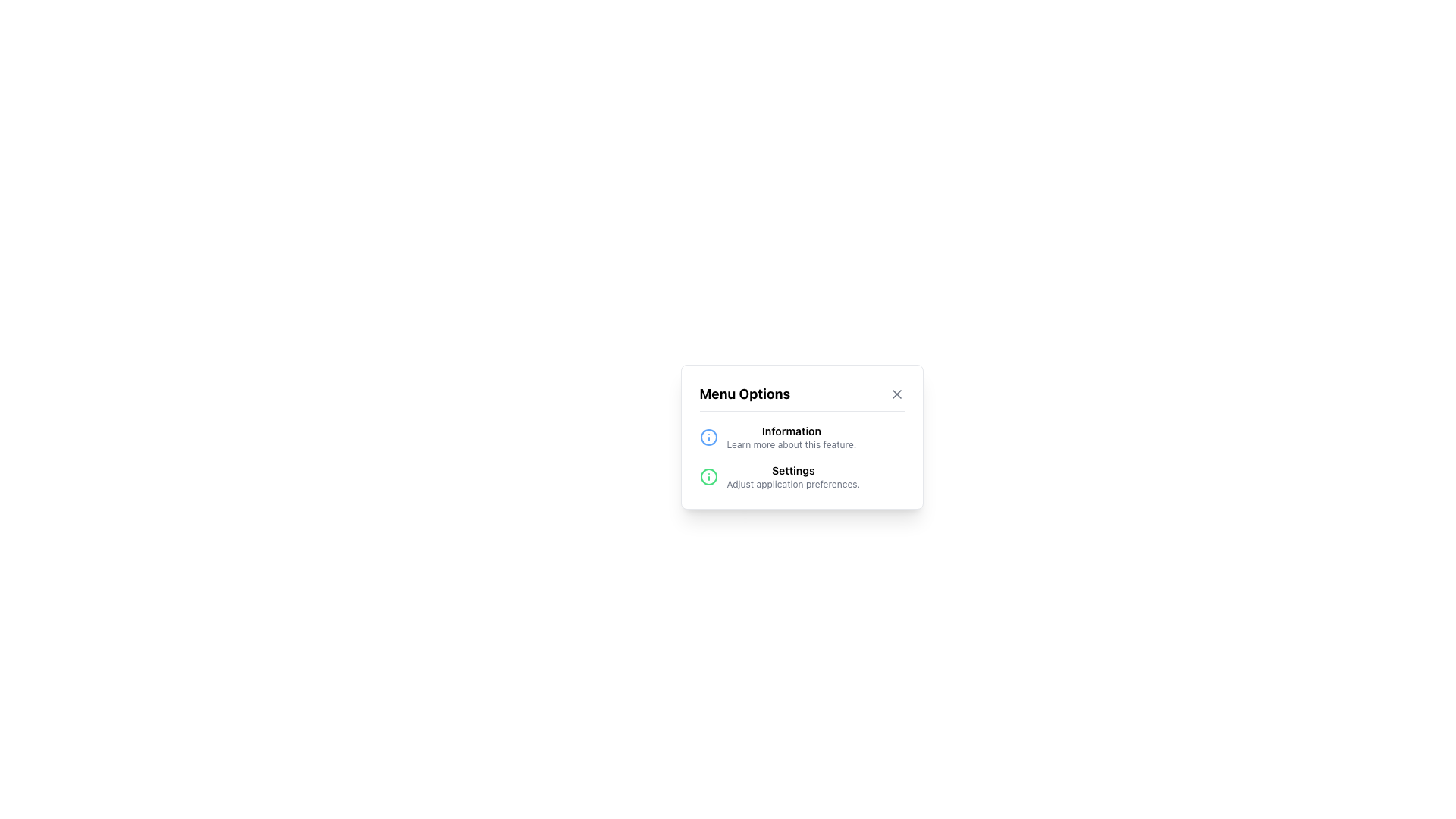 The width and height of the screenshot is (1456, 819). Describe the element at coordinates (745, 393) in the screenshot. I see `the 'Menu Options' text label, which is a bold, larger font title in black on a white background, positioned at the top-left corner of its section` at that location.